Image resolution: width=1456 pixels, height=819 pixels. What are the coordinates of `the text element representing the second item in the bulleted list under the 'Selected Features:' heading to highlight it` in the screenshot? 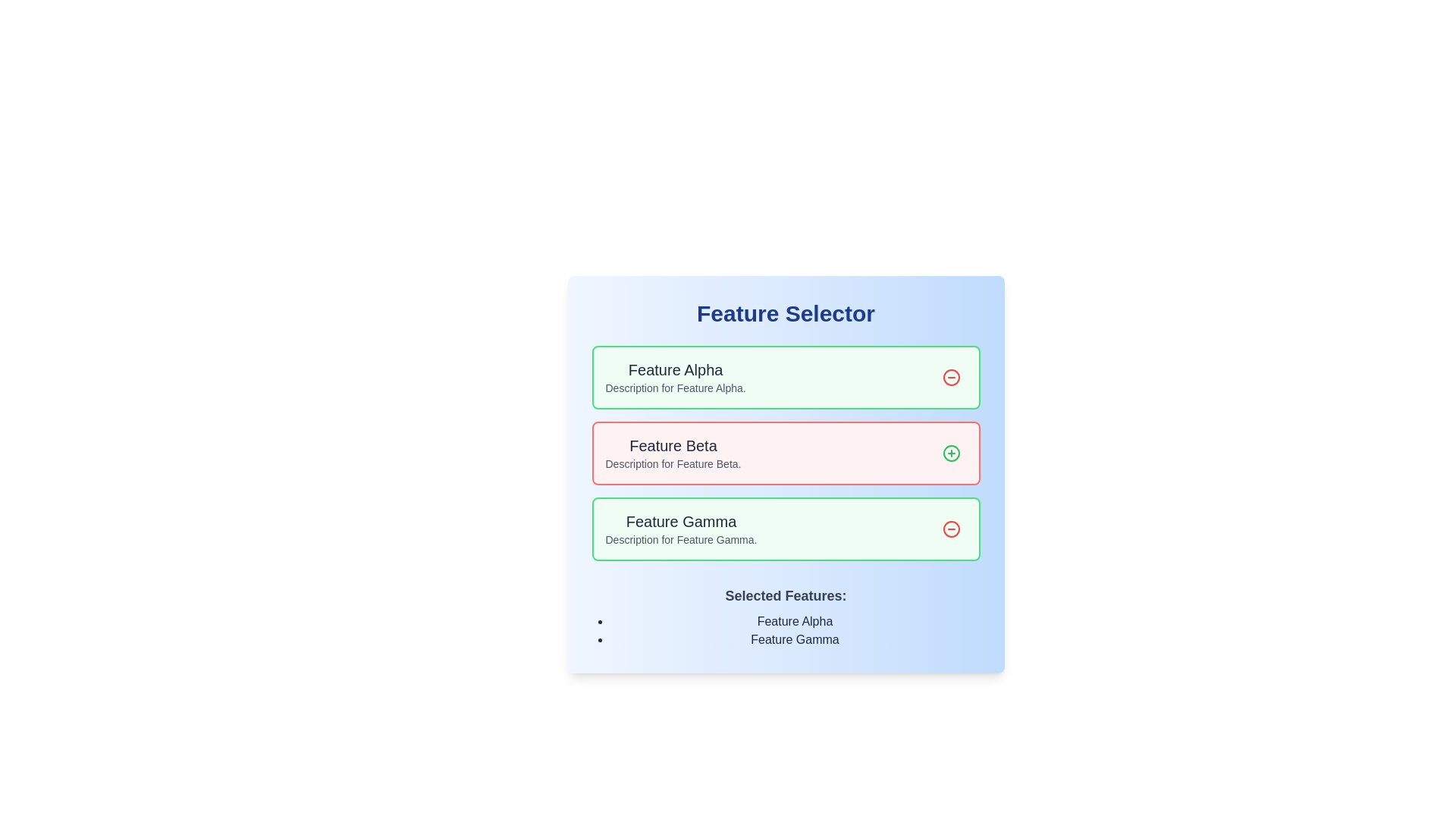 It's located at (794, 640).